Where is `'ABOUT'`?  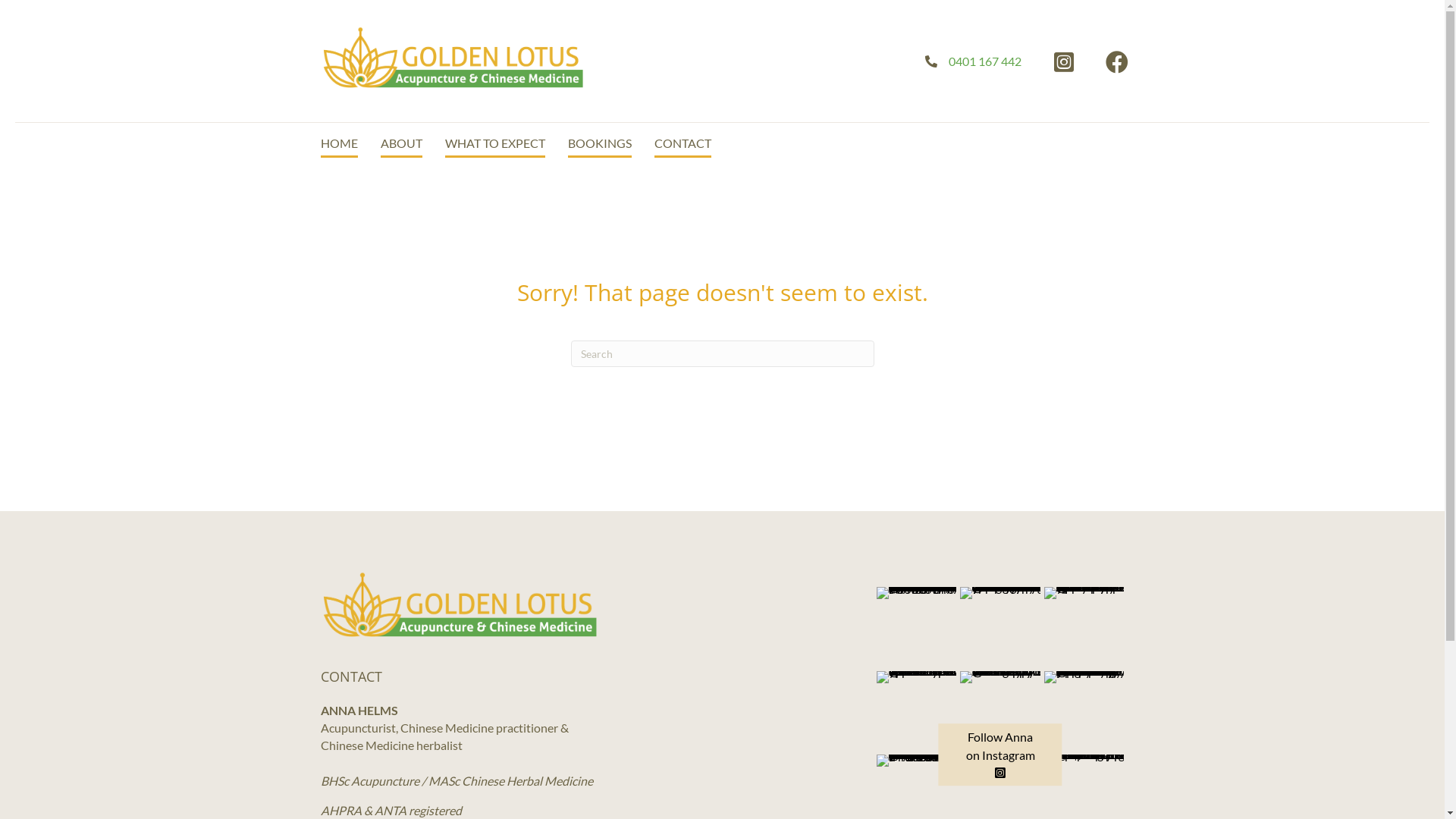 'ABOUT' is located at coordinates (381, 143).